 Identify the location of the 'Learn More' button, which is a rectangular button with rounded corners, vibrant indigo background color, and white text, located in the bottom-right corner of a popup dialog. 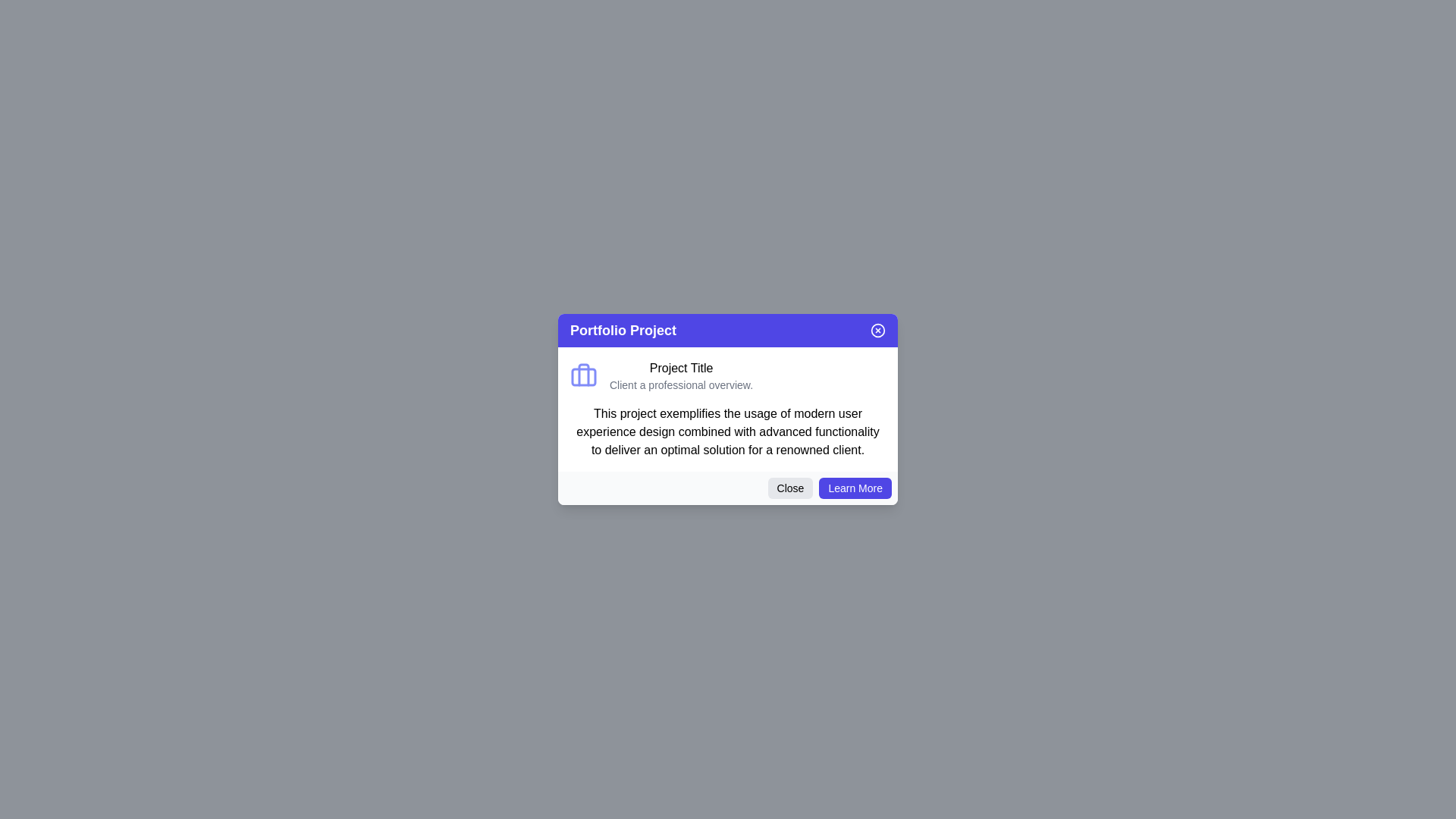
(855, 488).